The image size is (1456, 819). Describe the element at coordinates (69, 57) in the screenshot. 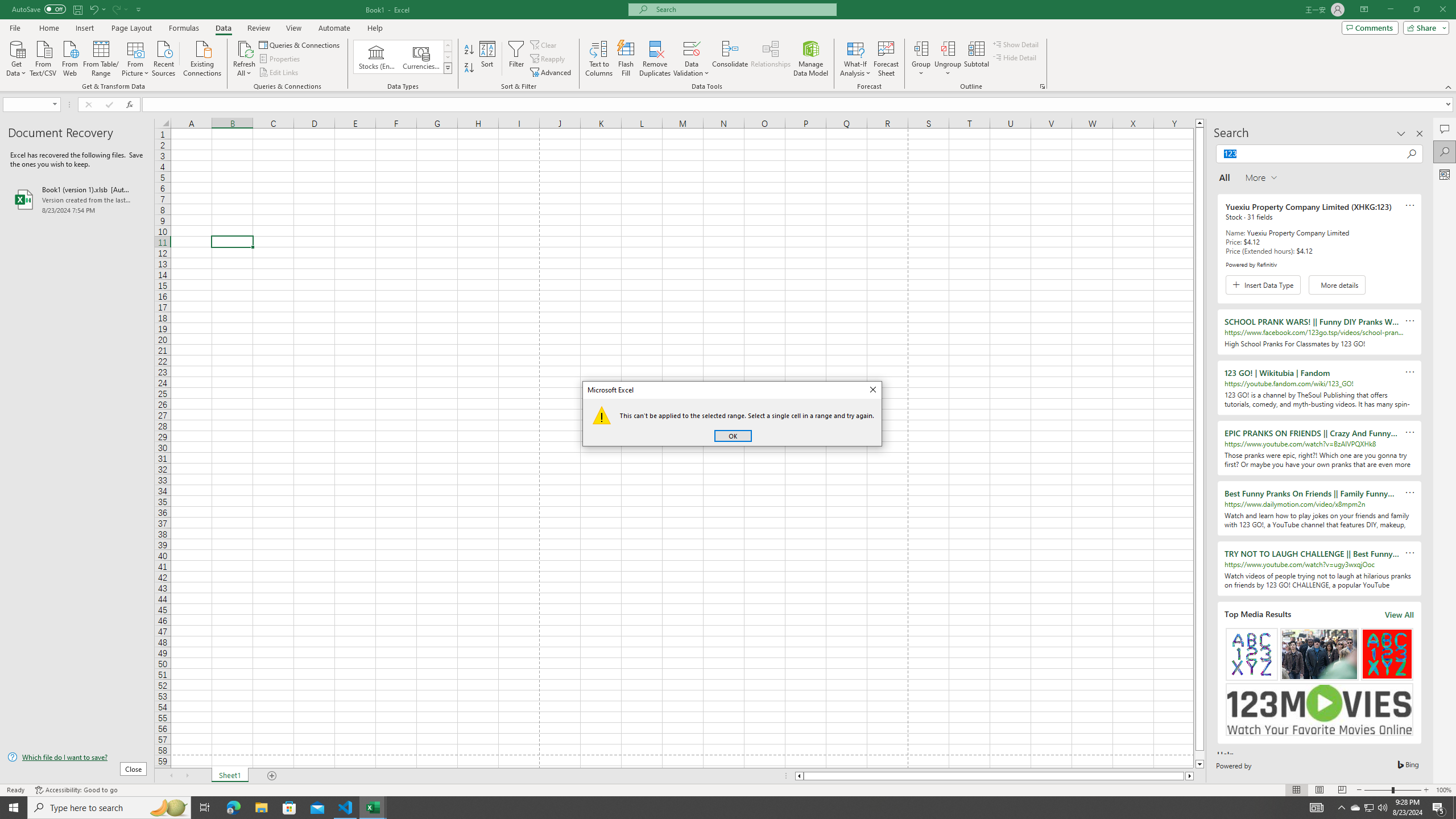

I see `'From Web'` at that location.